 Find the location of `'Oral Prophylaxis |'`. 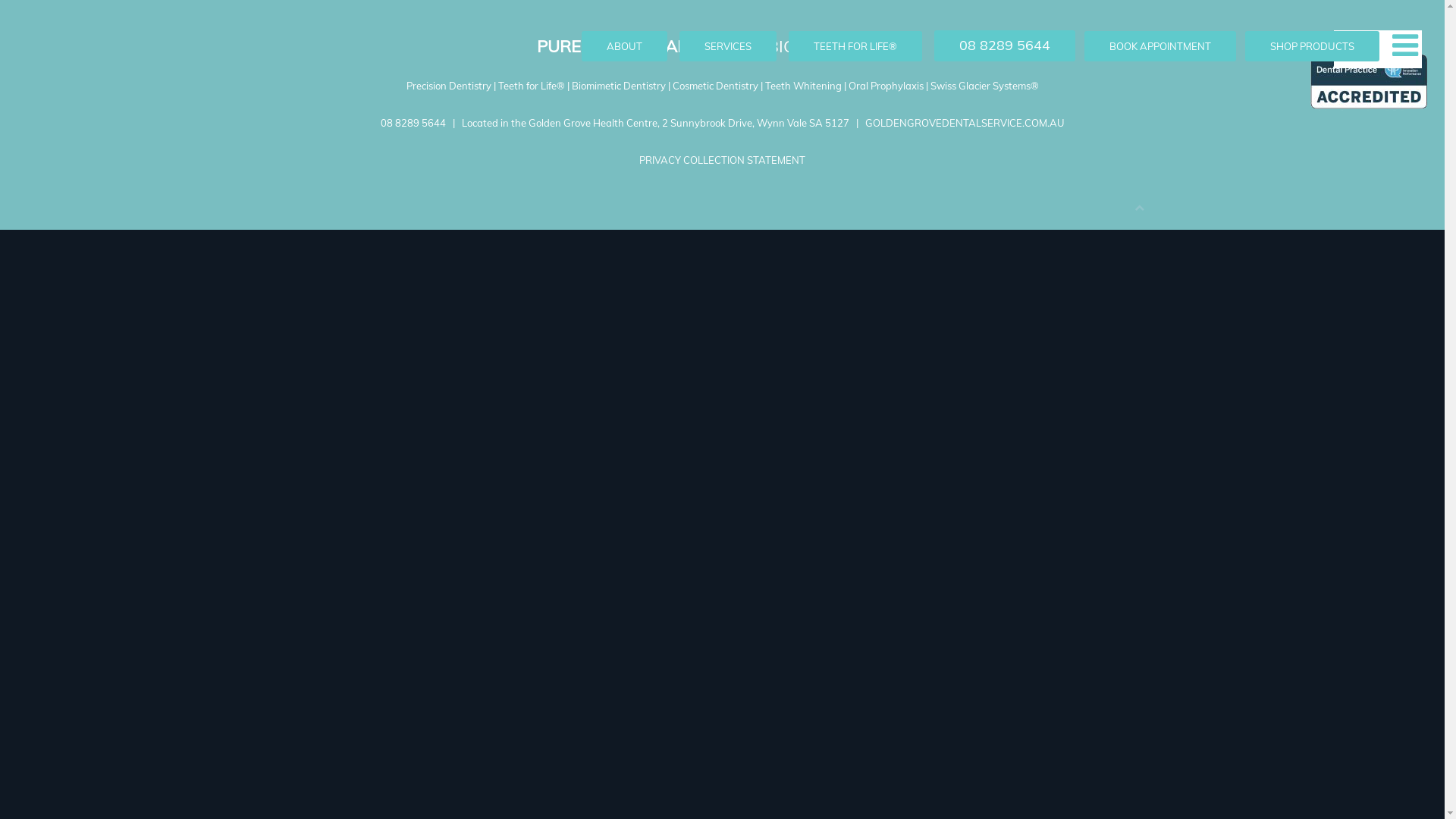

'Oral Prophylaxis |' is located at coordinates (888, 85).